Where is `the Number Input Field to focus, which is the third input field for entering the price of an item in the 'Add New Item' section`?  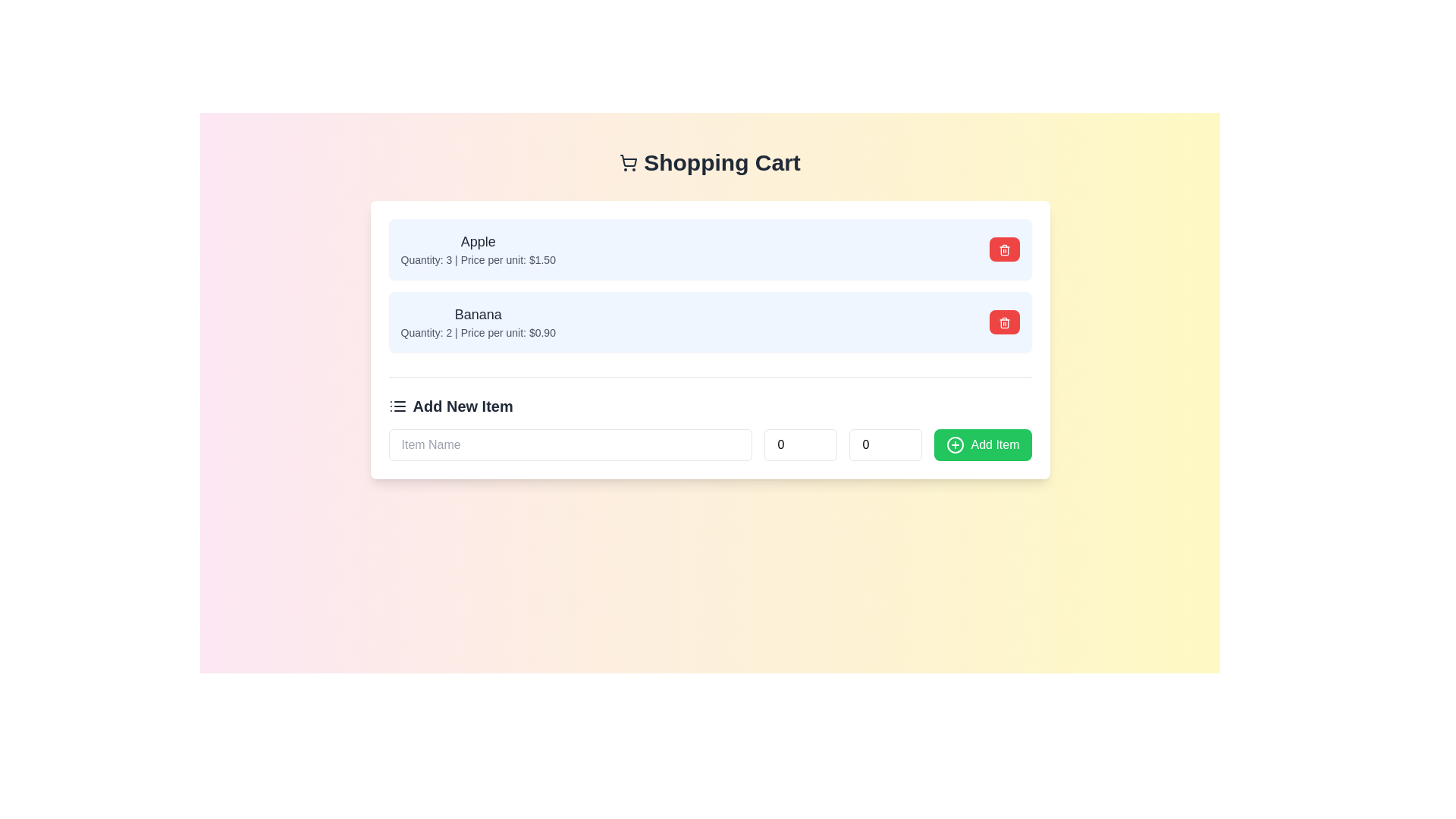 the Number Input Field to focus, which is the third input field for entering the price of an item in the 'Add New Item' section is located at coordinates (886, 444).